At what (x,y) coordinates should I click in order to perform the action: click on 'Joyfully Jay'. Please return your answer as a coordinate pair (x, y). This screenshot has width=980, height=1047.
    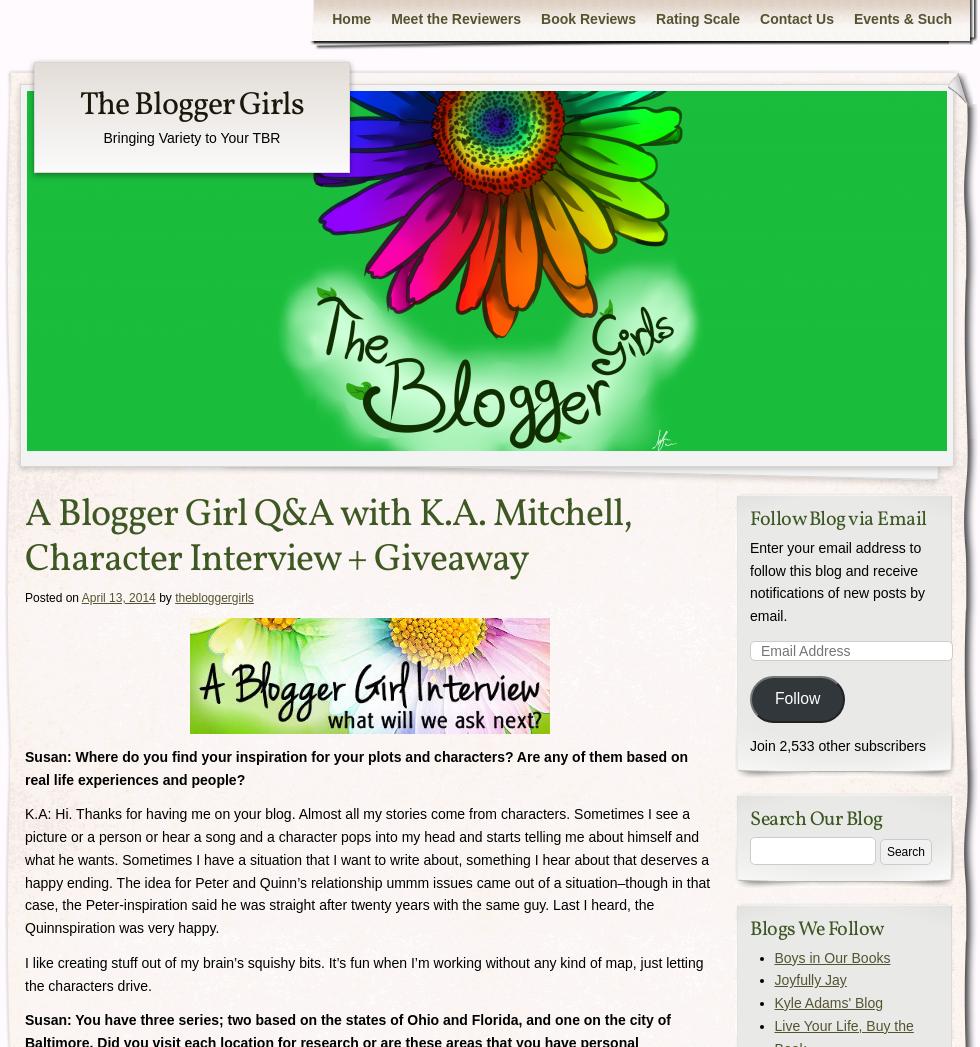
    Looking at the image, I should click on (809, 978).